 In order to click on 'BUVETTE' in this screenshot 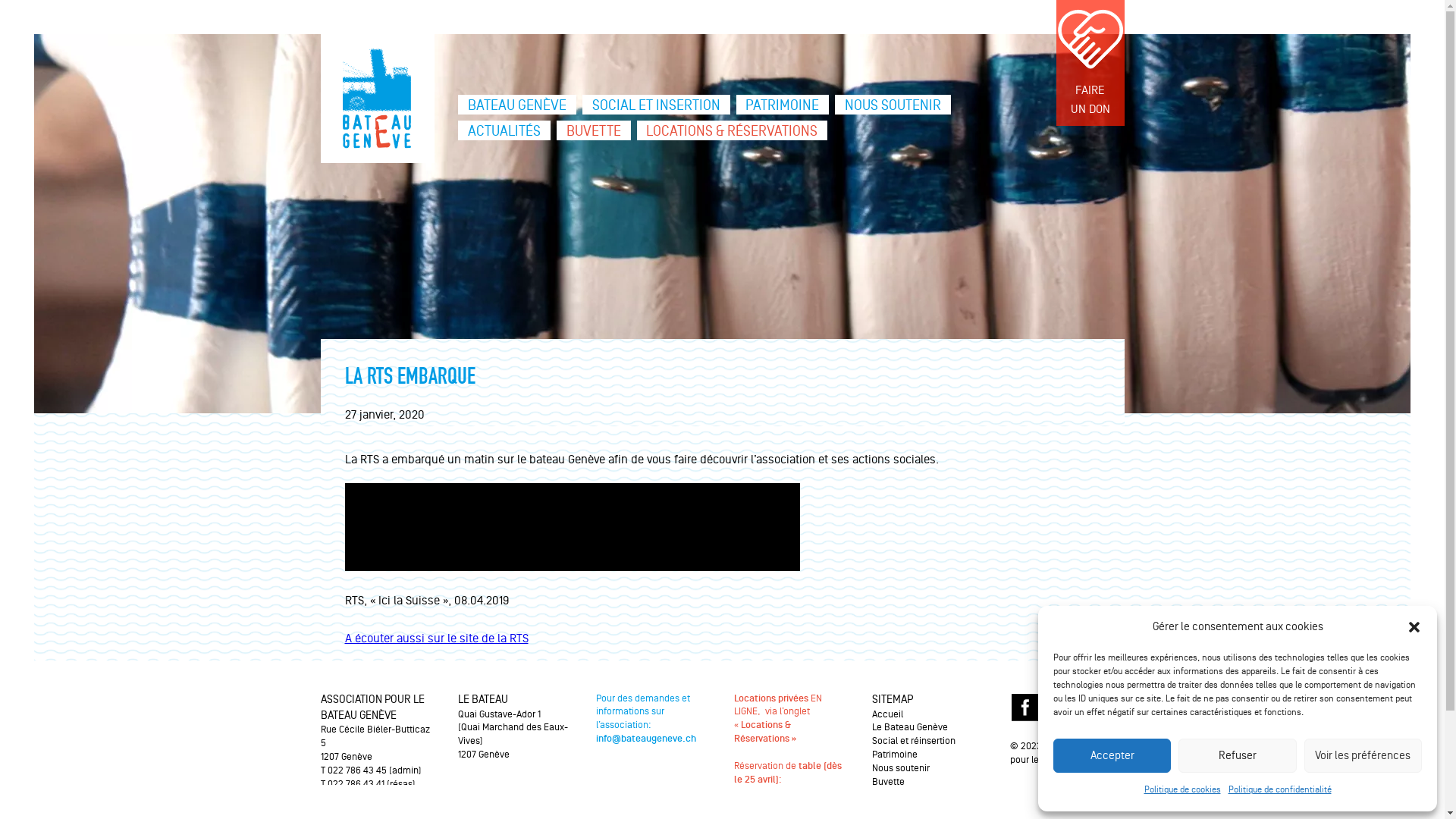, I will do `click(592, 130)`.